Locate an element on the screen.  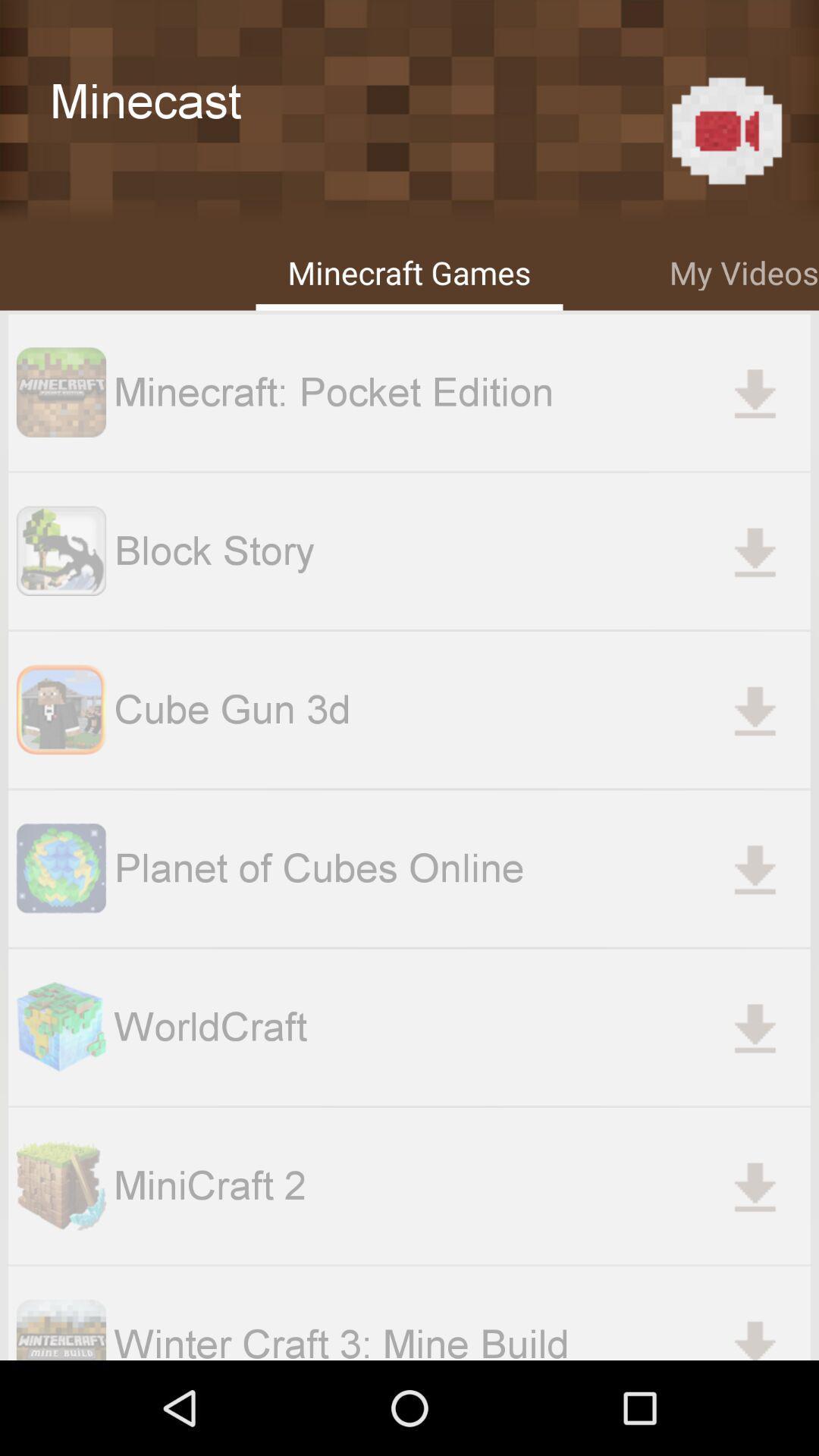
icon at bottom right corner is located at coordinates (755, 1332).